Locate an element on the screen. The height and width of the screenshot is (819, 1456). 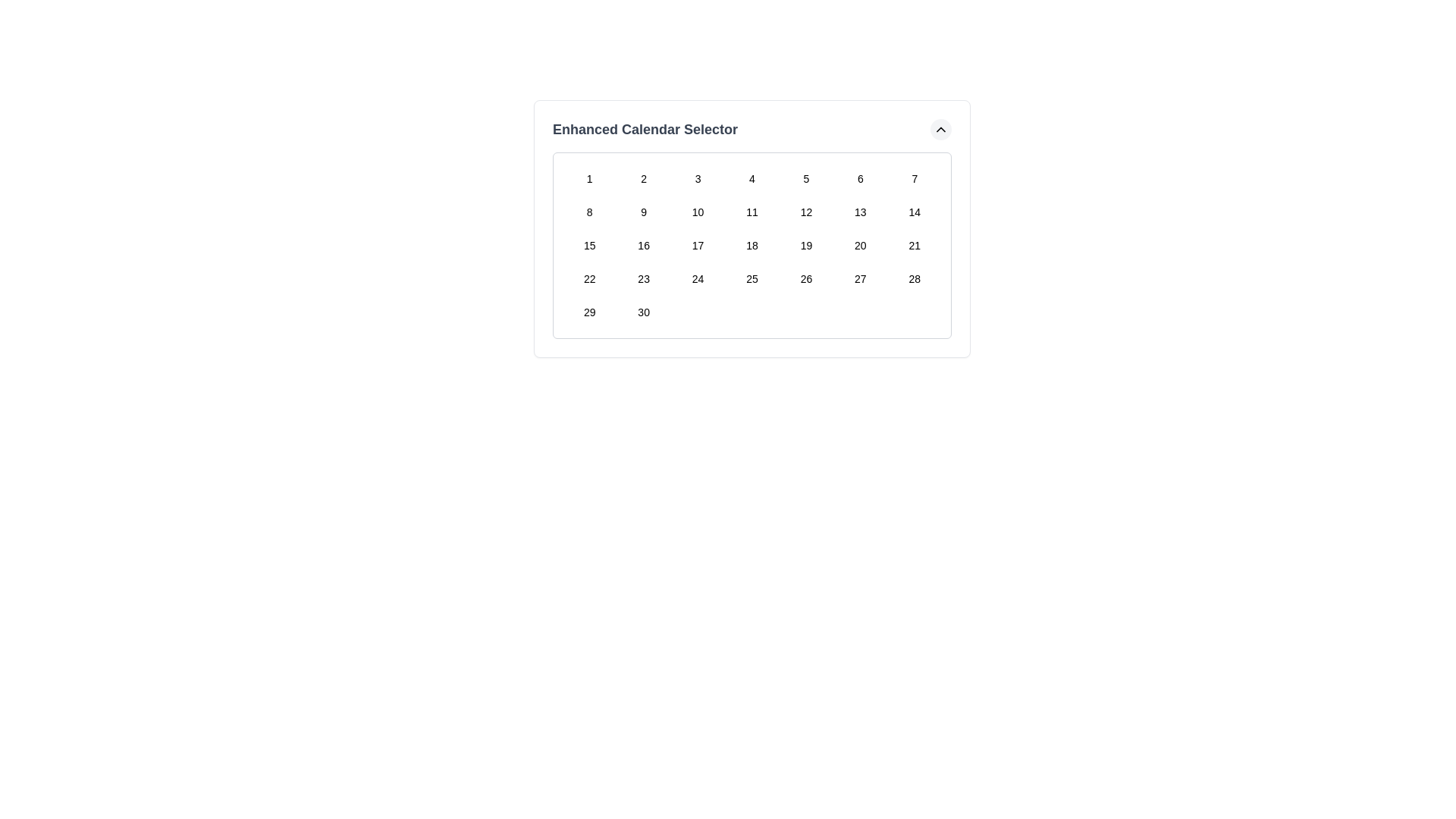
the text label reading 'Enhanced Calendar Selector', which is prominently styled in bold, large dark gray font within the header area above the calendar grid interface is located at coordinates (645, 128).